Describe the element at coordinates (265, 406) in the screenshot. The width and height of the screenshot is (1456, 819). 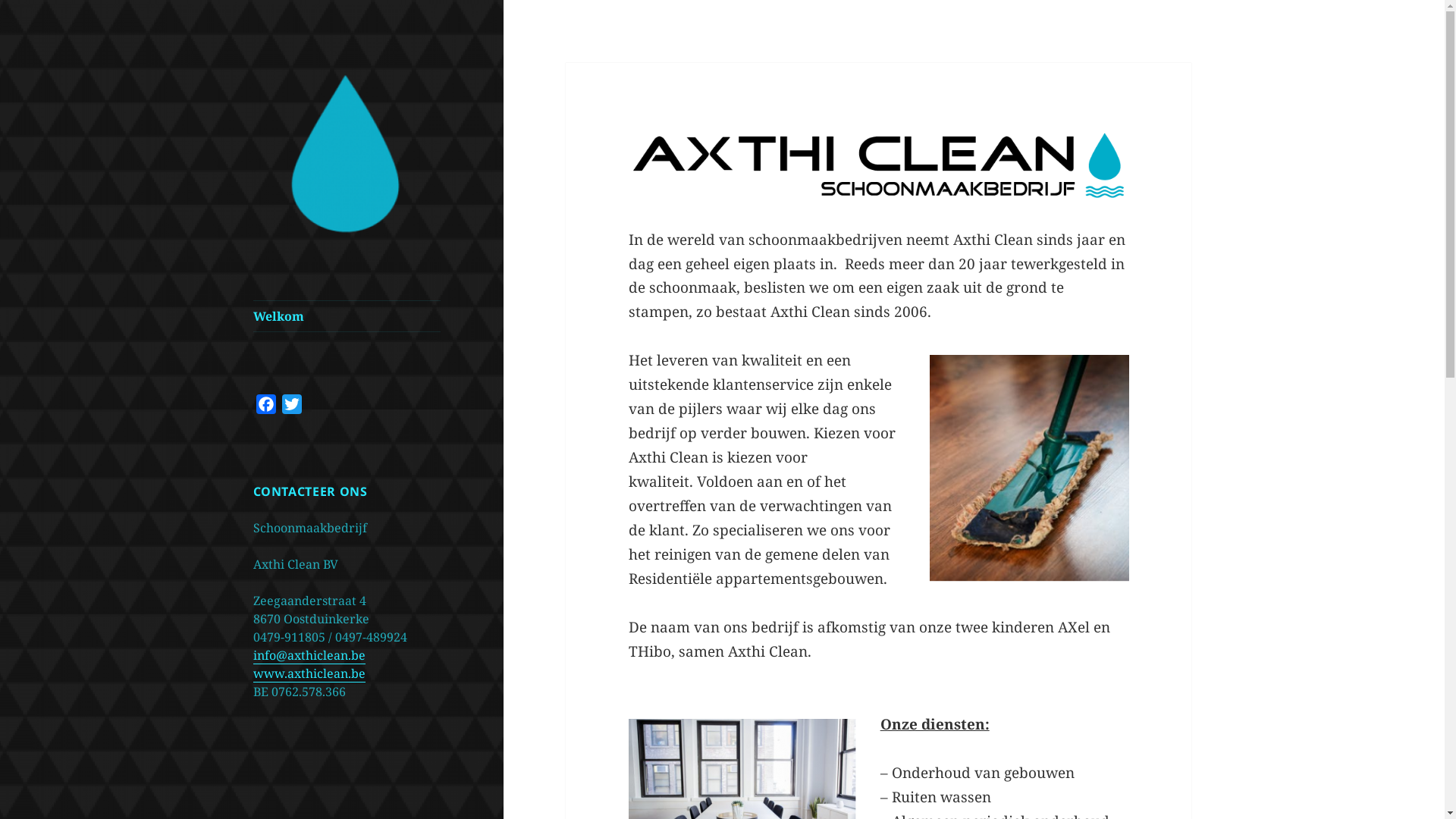
I see `'Facebook'` at that location.